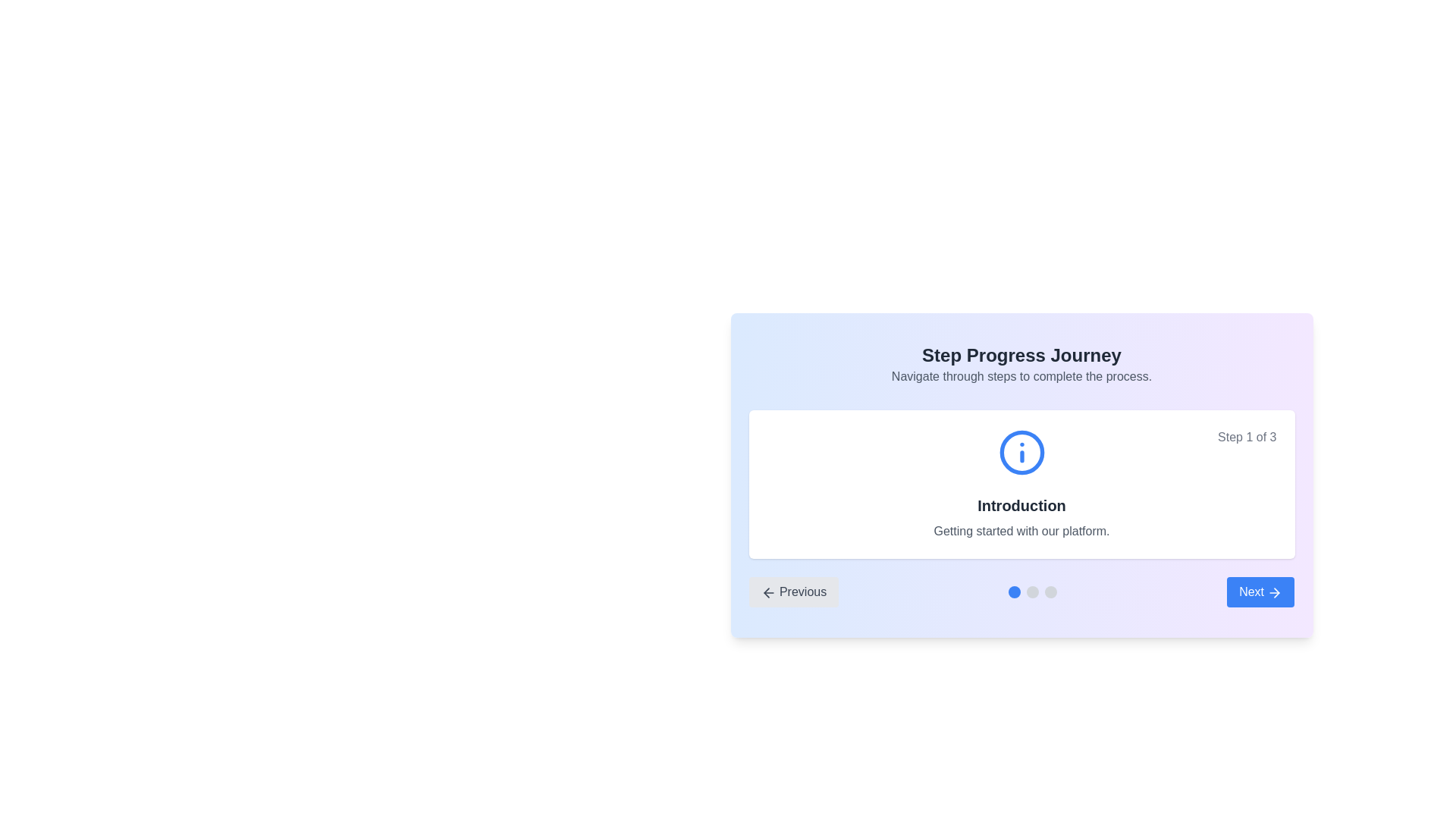 This screenshot has width=1456, height=819. I want to click on the heading element located at the center of the progress journey section, so click(1021, 506).